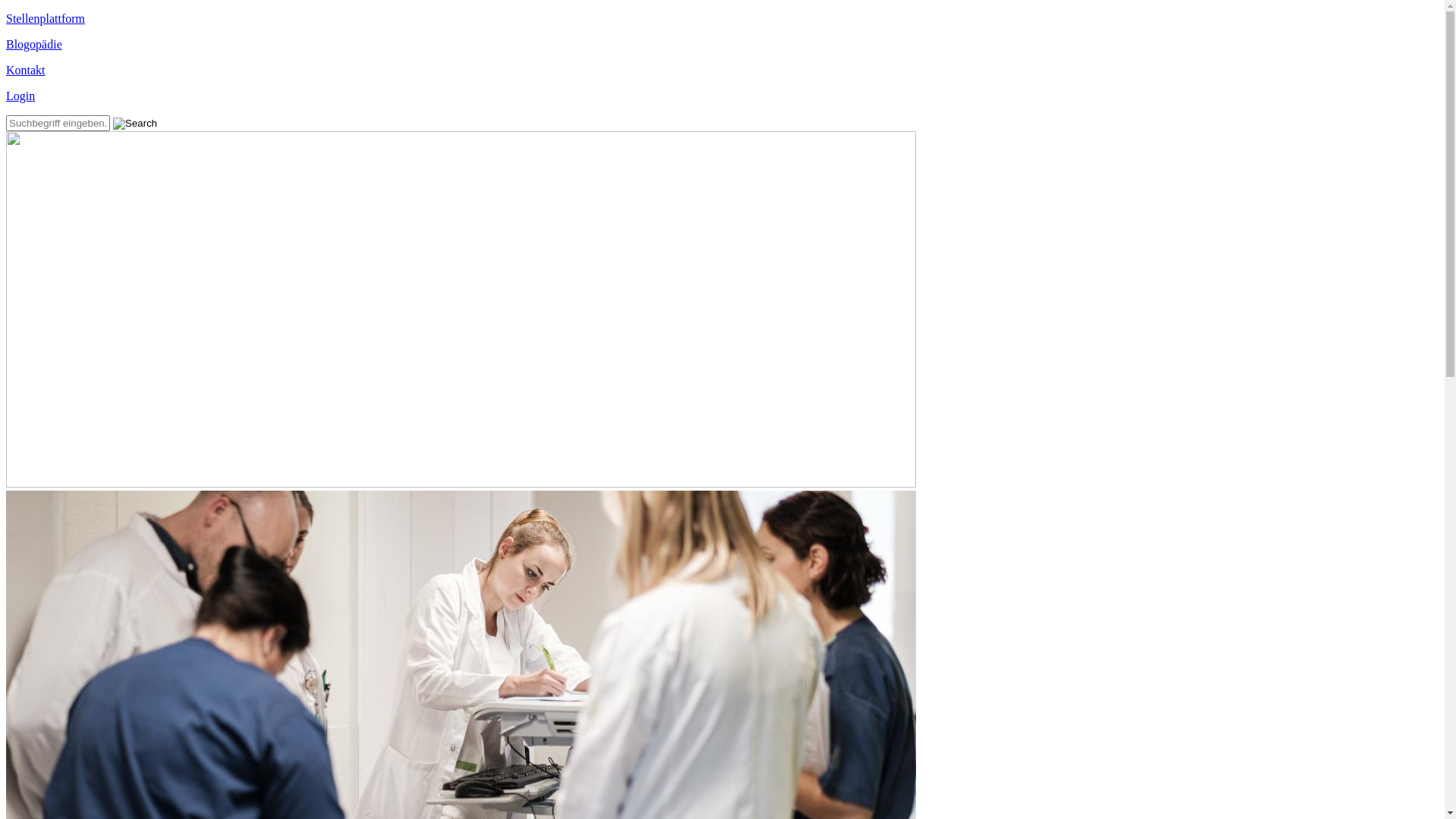 This screenshot has width=1456, height=819. What do you see at coordinates (6, 12) in the screenshot?
I see `'Direkt zum Inhalt'` at bounding box center [6, 12].